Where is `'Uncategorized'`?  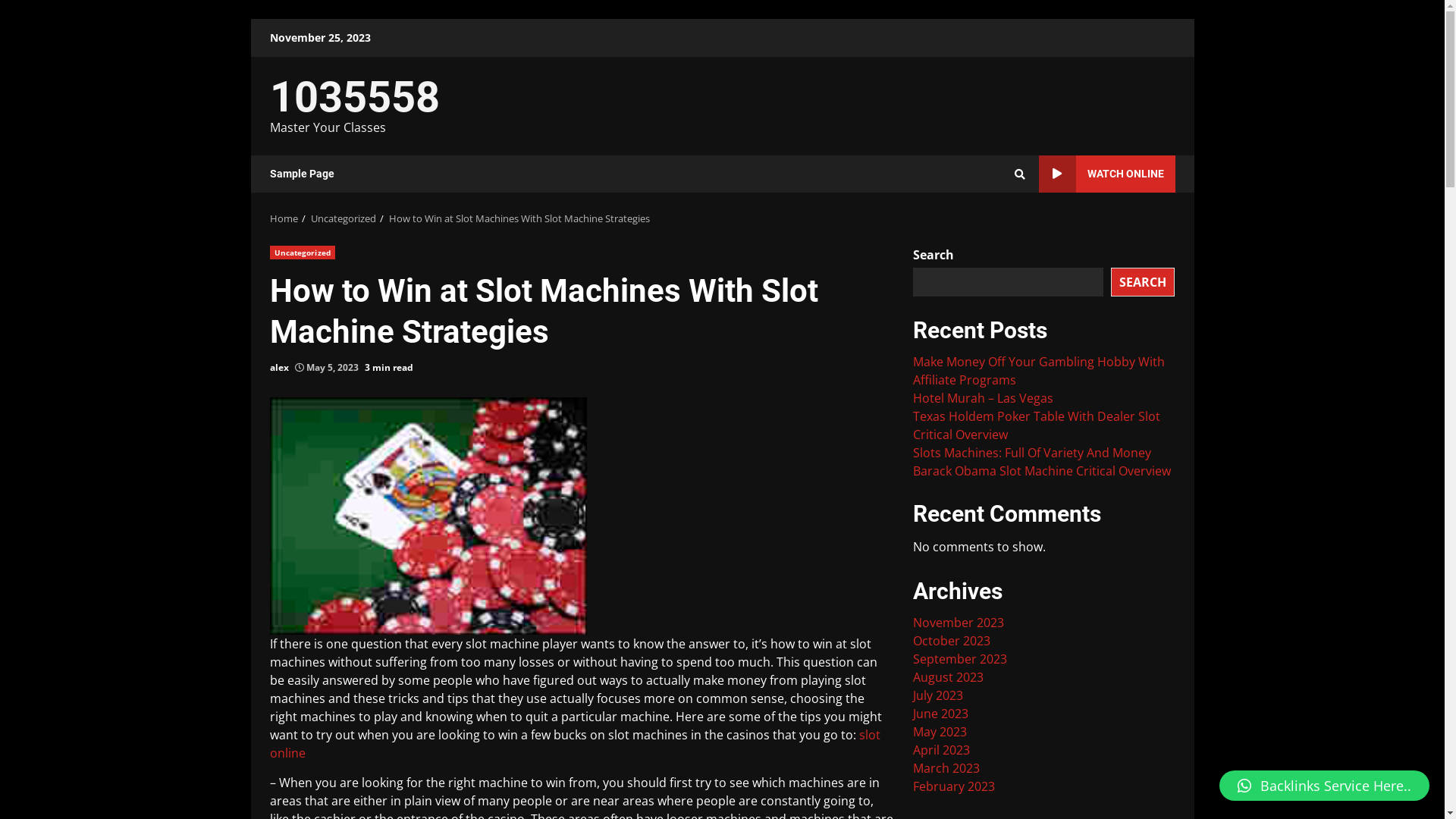
'Uncategorized' is located at coordinates (342, 218).